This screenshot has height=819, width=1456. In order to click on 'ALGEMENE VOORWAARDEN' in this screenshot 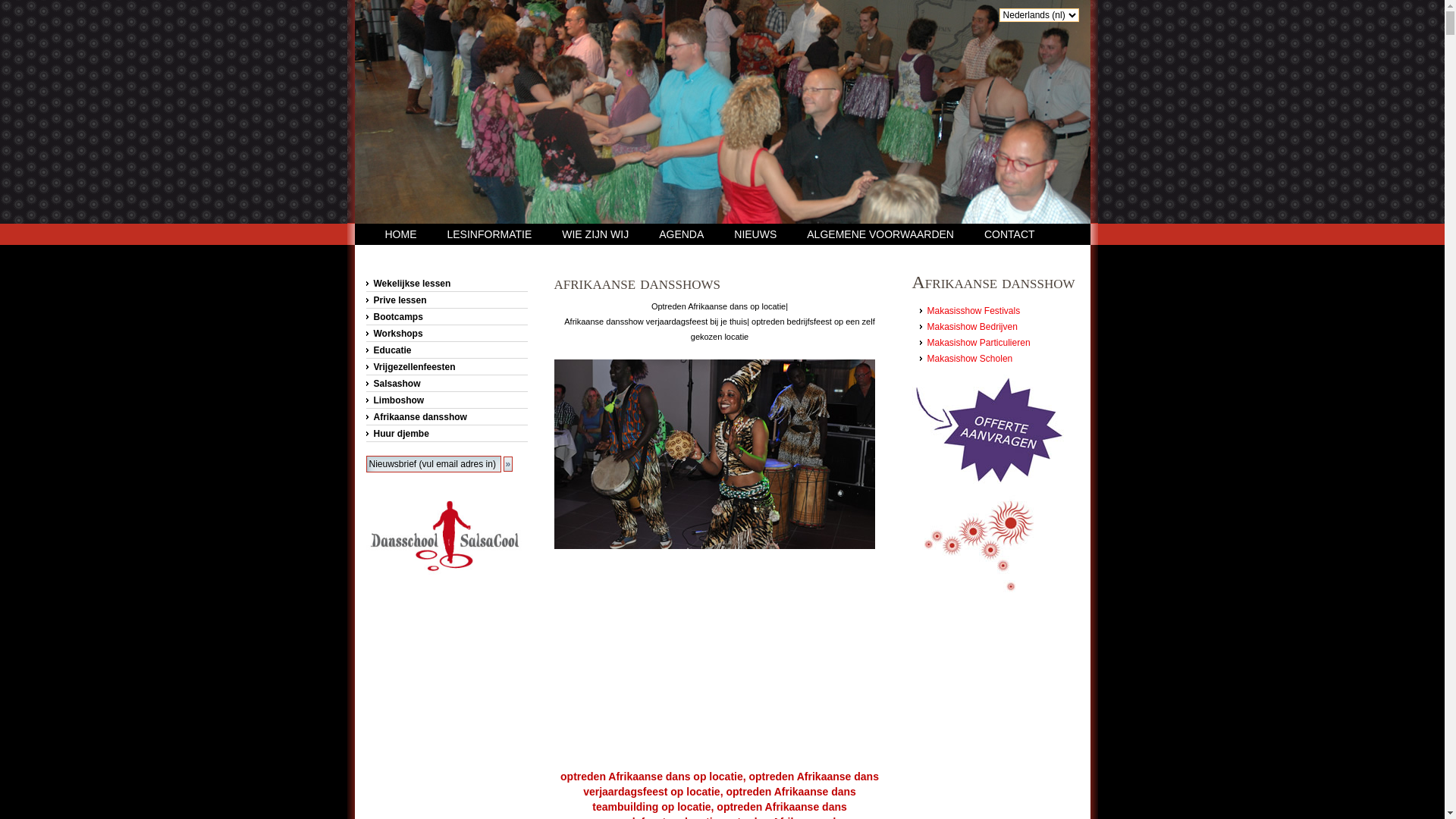, I will do `click(880, 234)`.